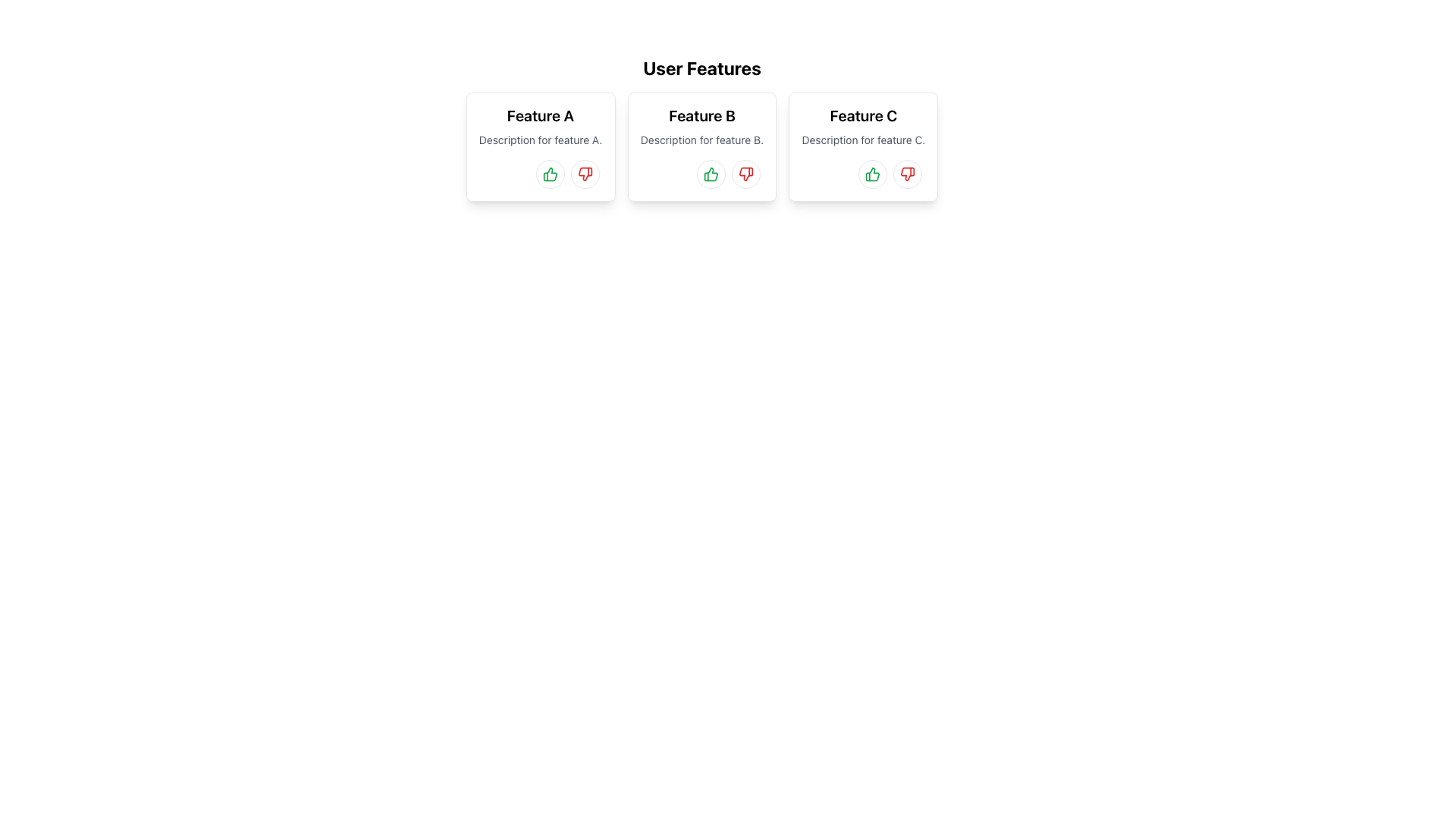  What do you see at coordinates (701, 174) in the screenshot?
I see `the green thumbs-up icon button within the 'Feature B' card` at bounding box center [701, 174].